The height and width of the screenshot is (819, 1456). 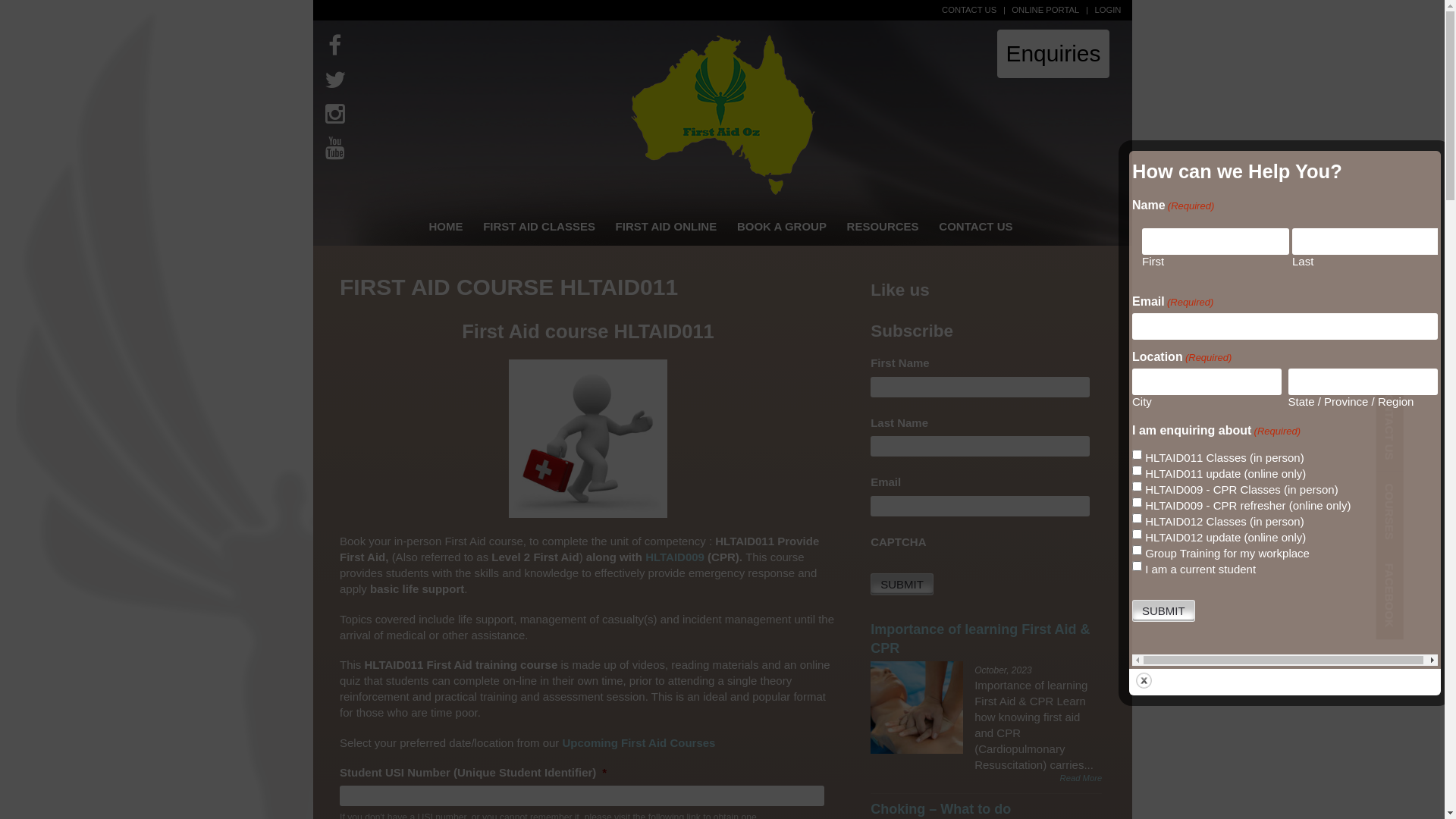 I want to click on 'FIRST AID CLASSES', so click(x=538, y=225).